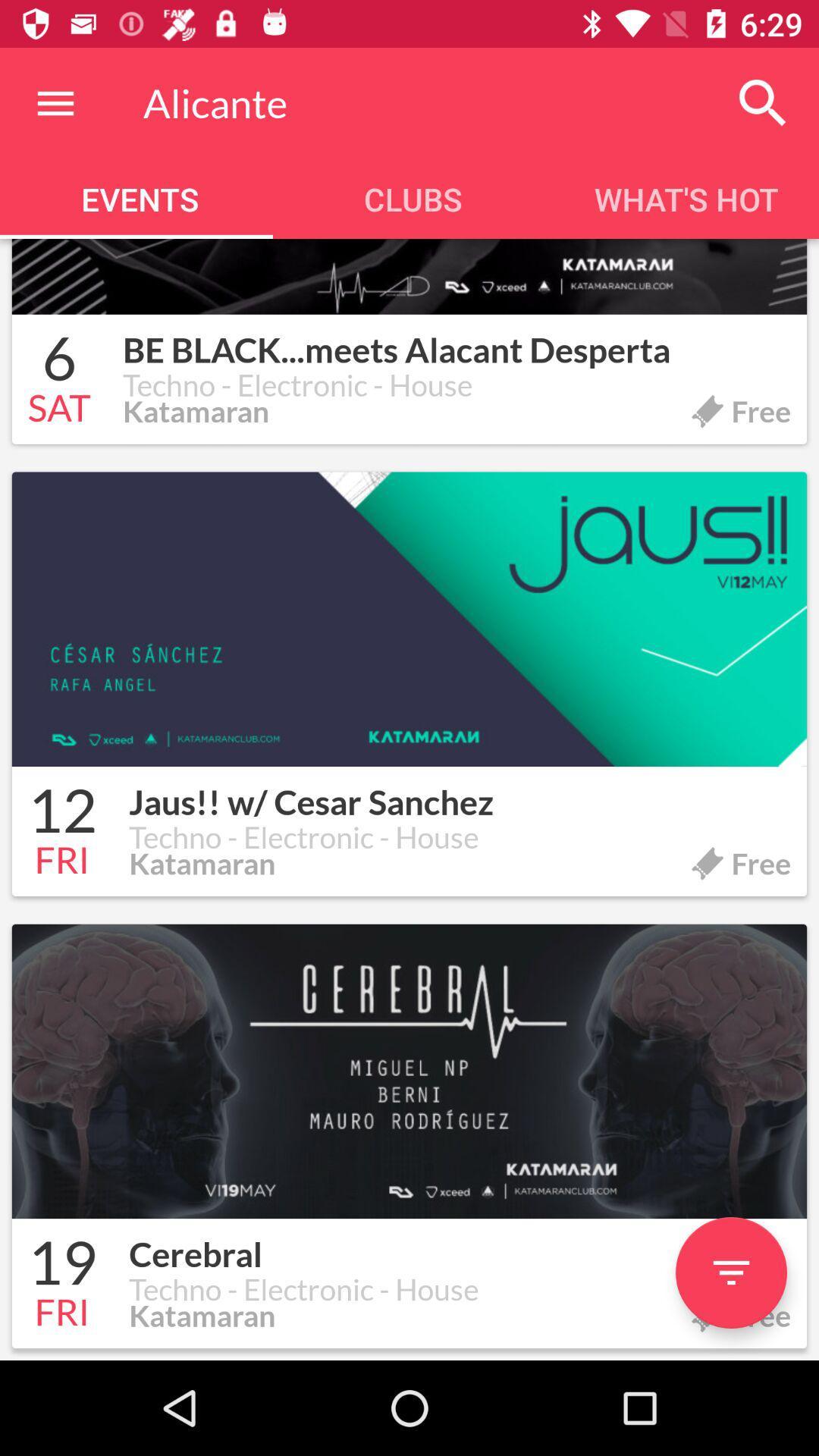  What do you see at coordinates (459, 792) in the screenshot?
I see `the icon next to the 12 item` at bounding box center [459, 792].